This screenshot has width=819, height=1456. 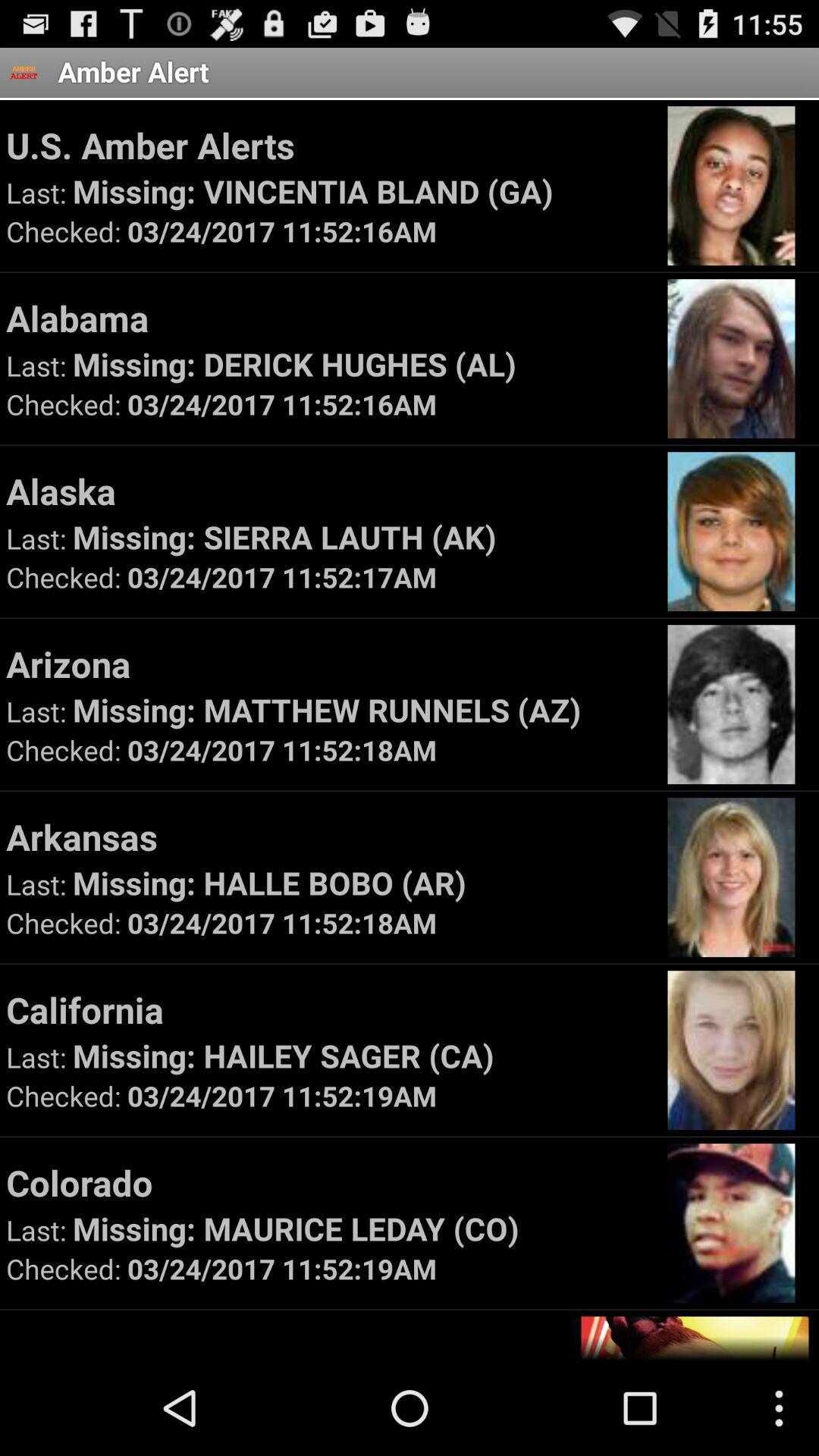 What do you see at coordinates (329, 145) in the screenshot?
I see `u s amber icon` at bounding box center [329, 145].